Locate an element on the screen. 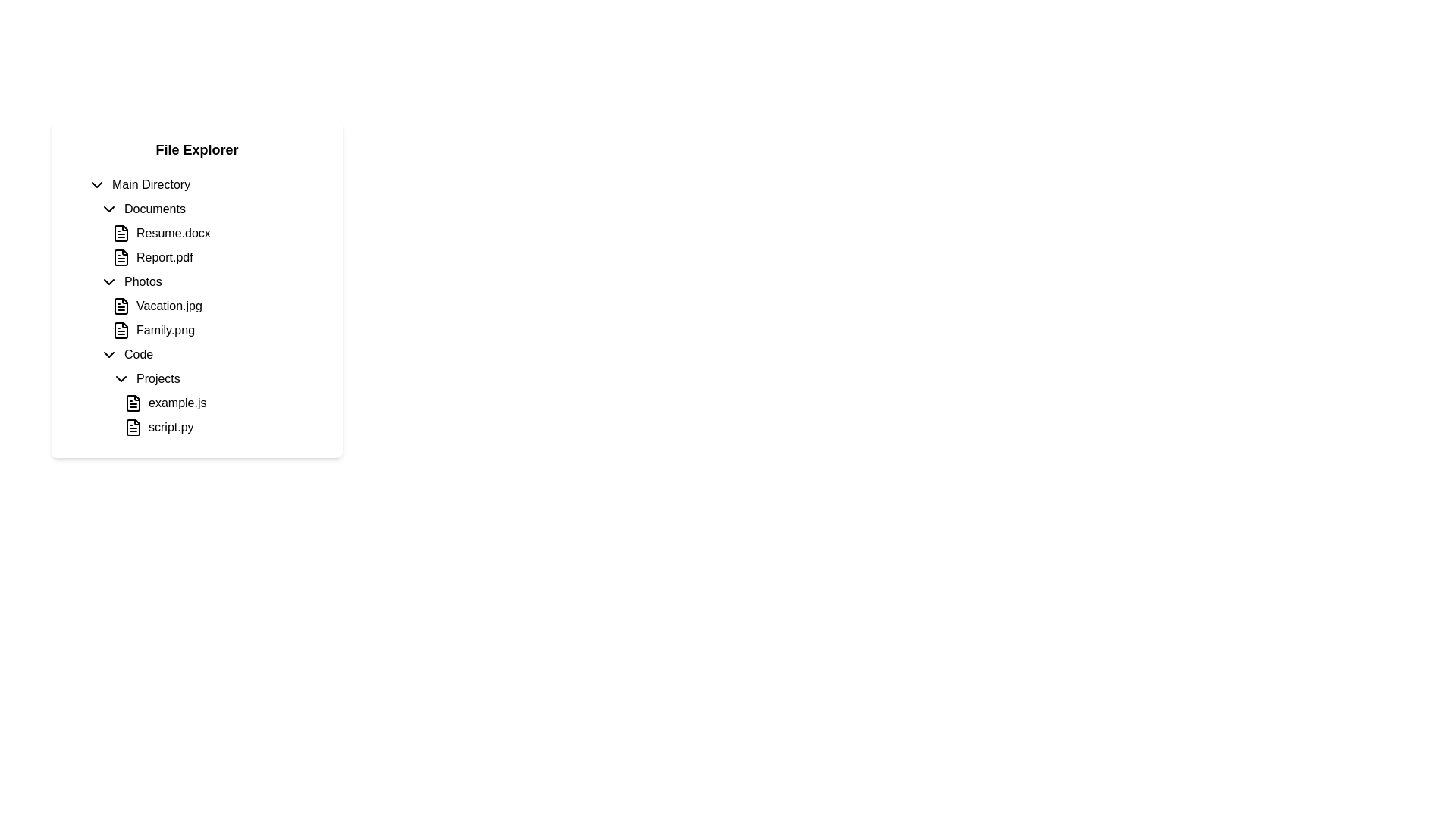 This screenshot has width=1456, height=819. the file entry labeled 'example.js' is located at coordinates (221, 403).